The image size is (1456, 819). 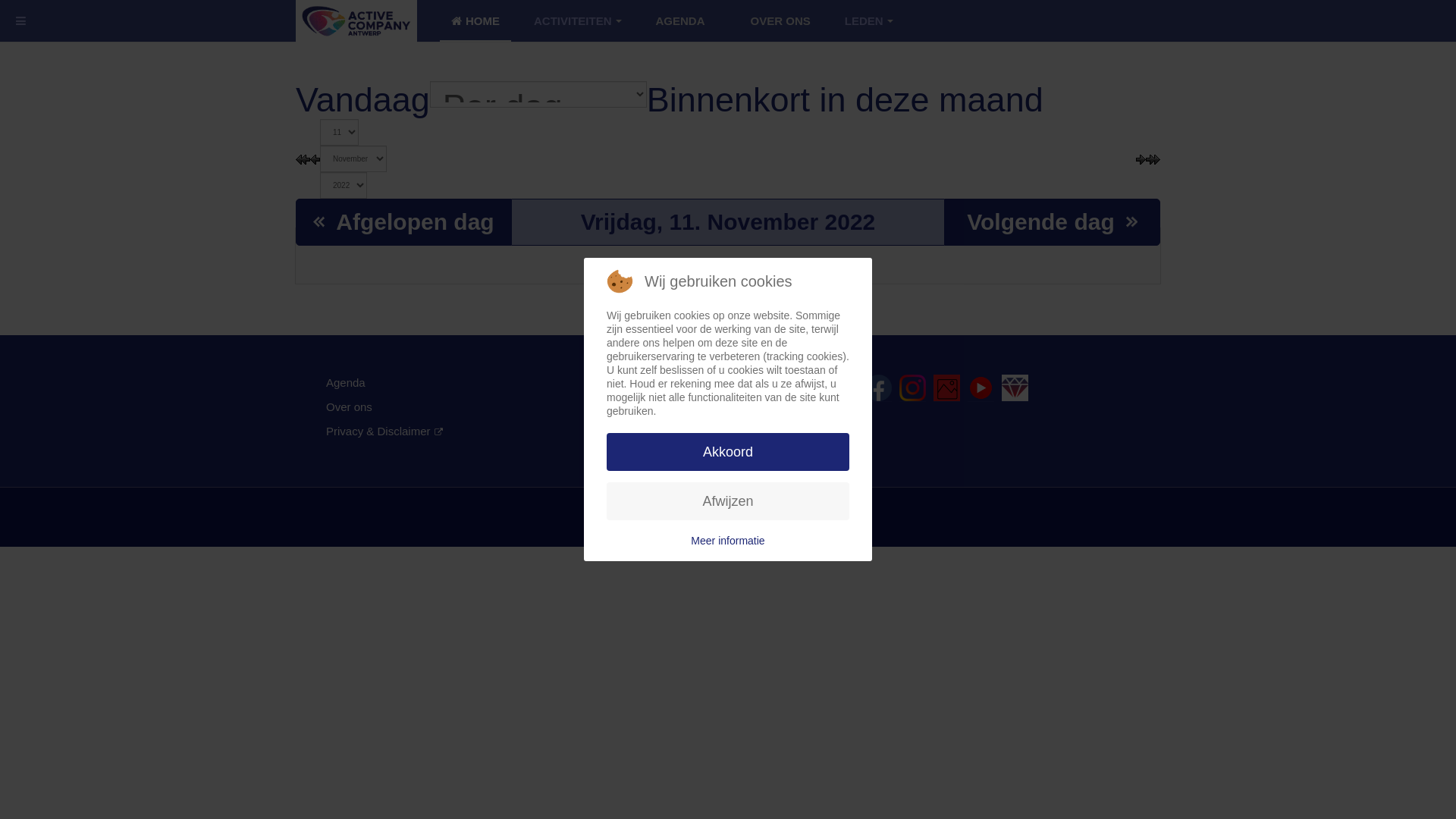 What do you see at coordinates (726, 540) in the screenshot?
I see `'Meer informatie'` at bounding box center [726, 540].